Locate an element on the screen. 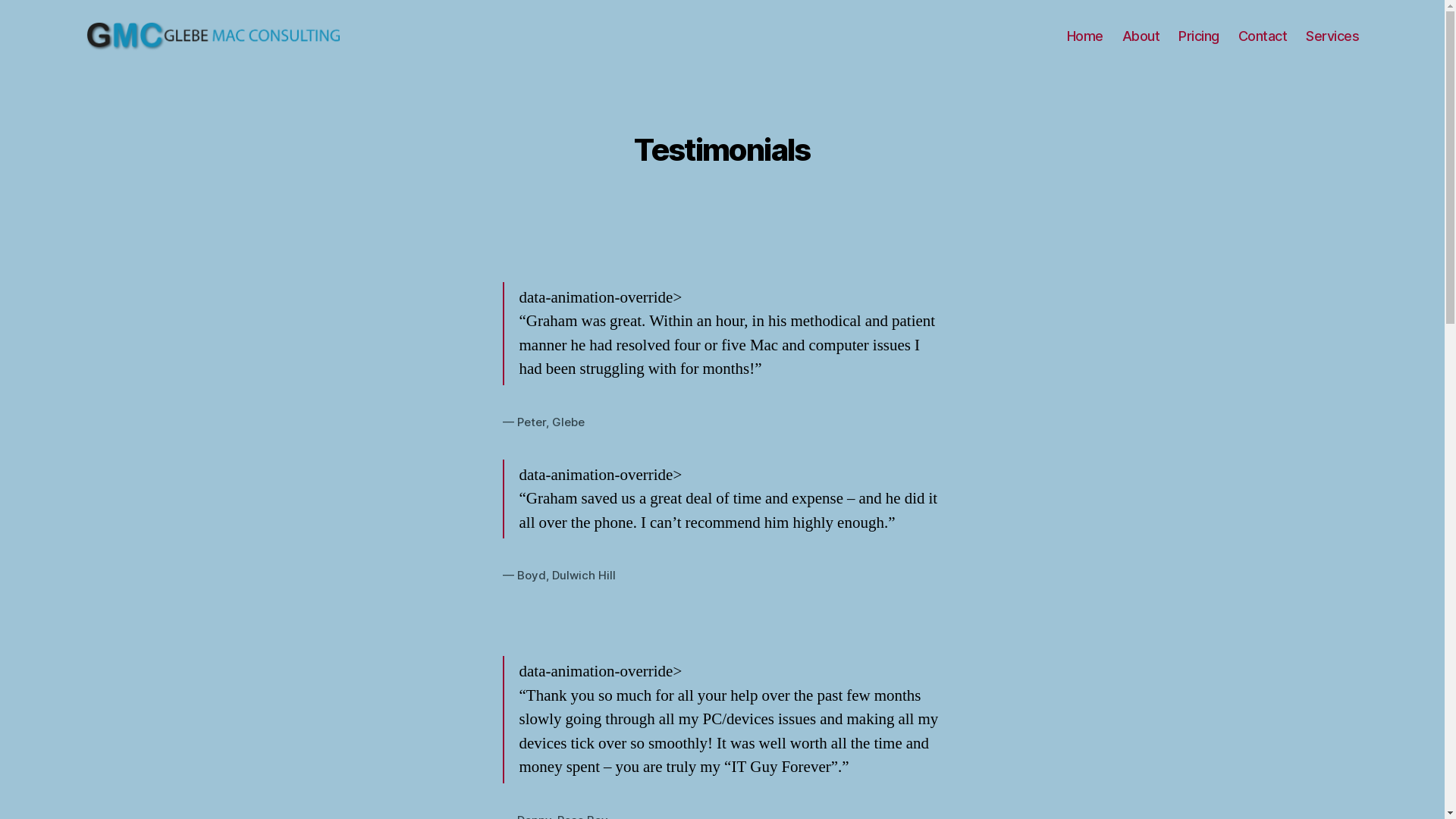  'Home' is located at coordinates (1084, 35).